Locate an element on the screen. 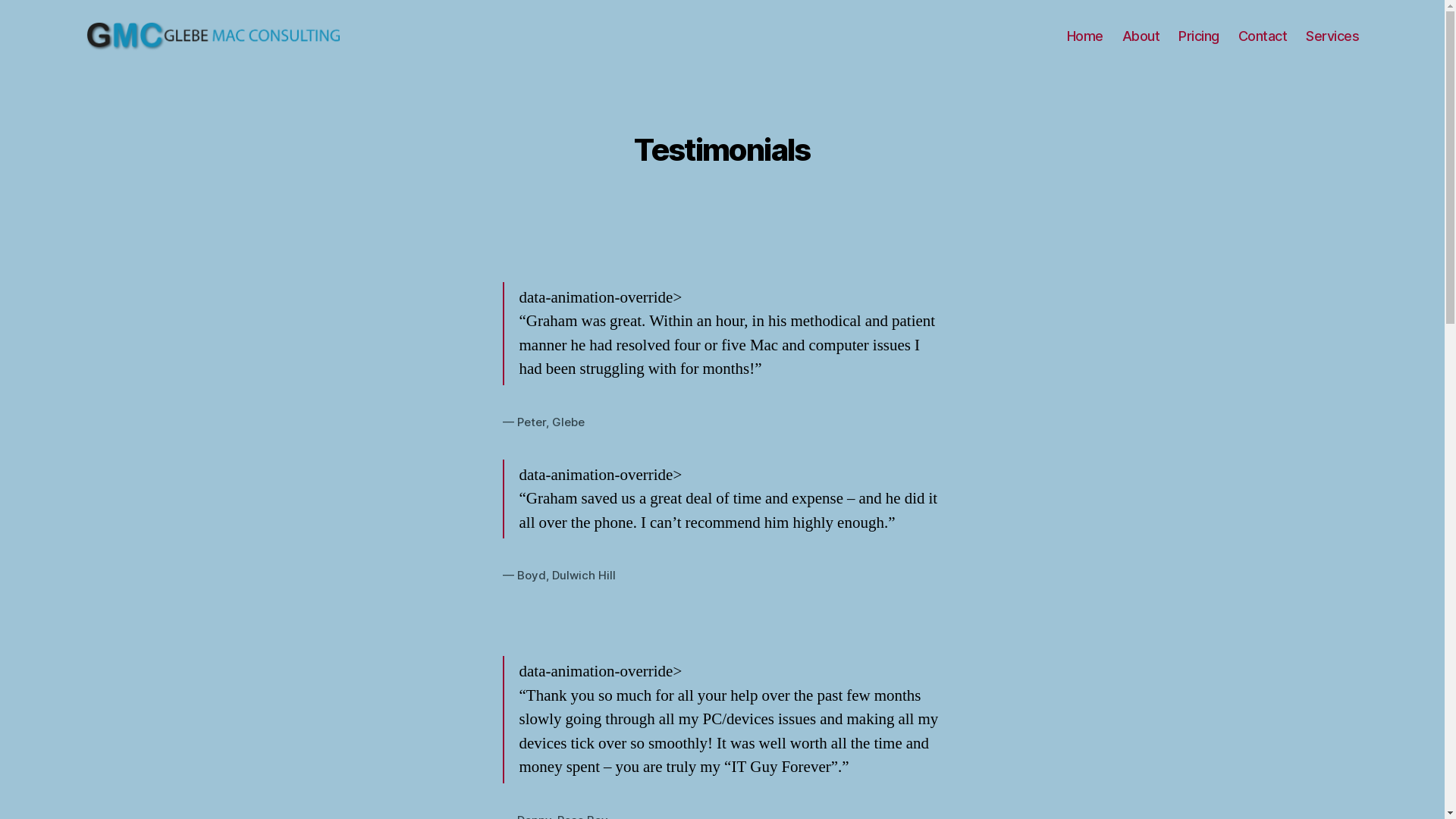  'Home' is located at coordinates (1084, 35).